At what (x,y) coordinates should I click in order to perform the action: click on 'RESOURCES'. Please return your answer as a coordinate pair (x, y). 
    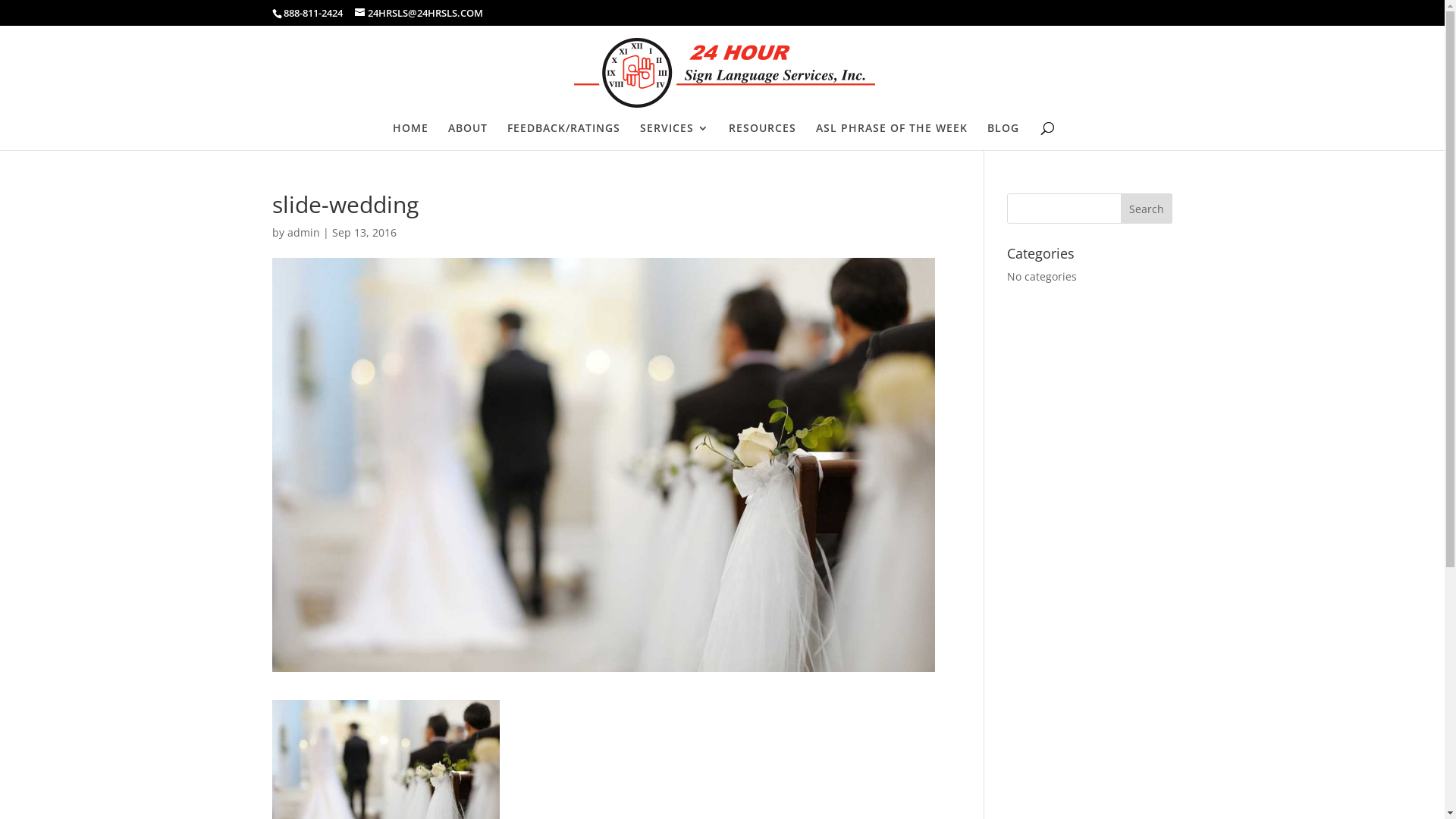
    Looking at the image, I should click on (761, 136).